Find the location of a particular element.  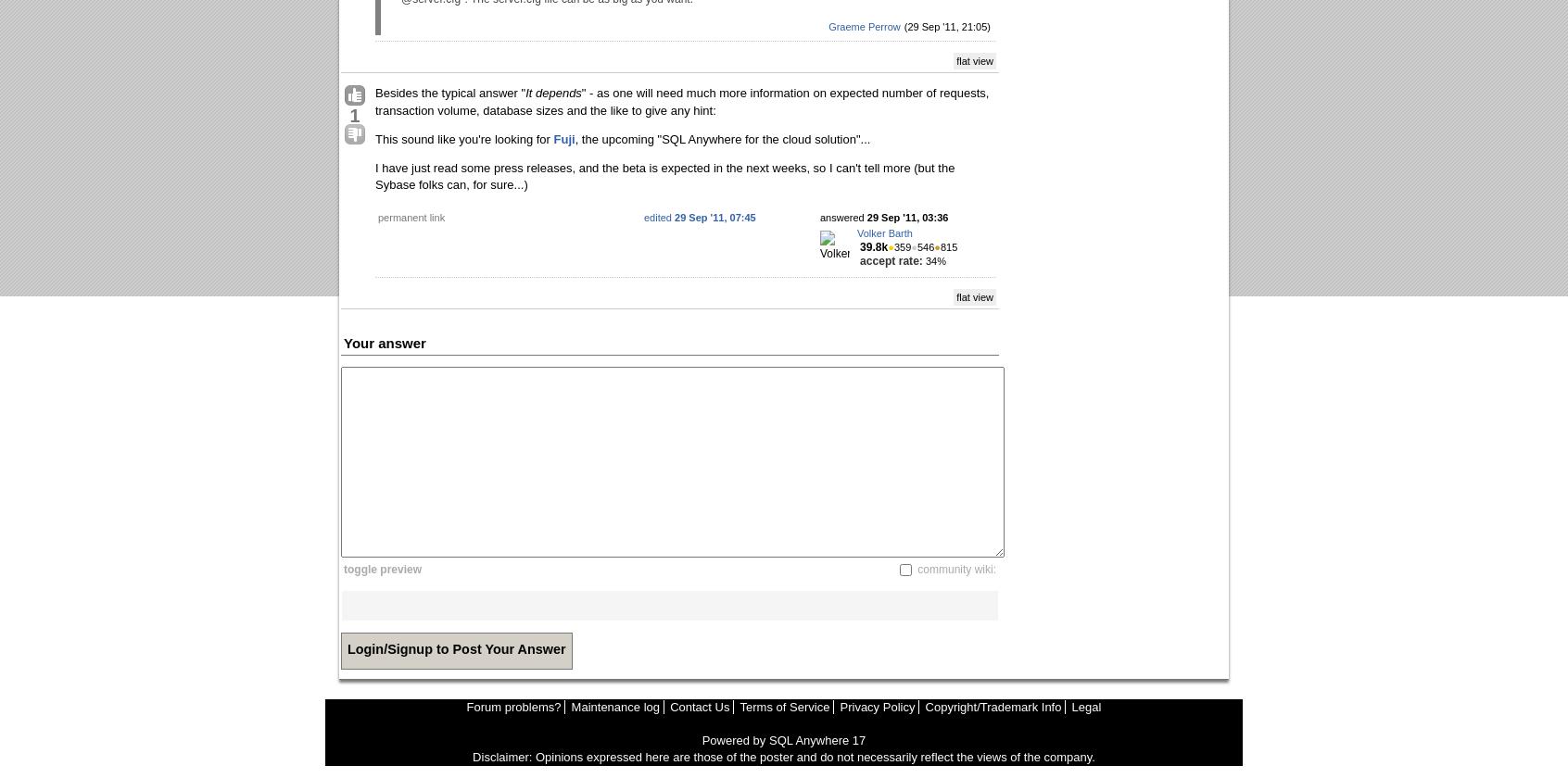

'Terms of Service' is located at coordinates (784, 706).